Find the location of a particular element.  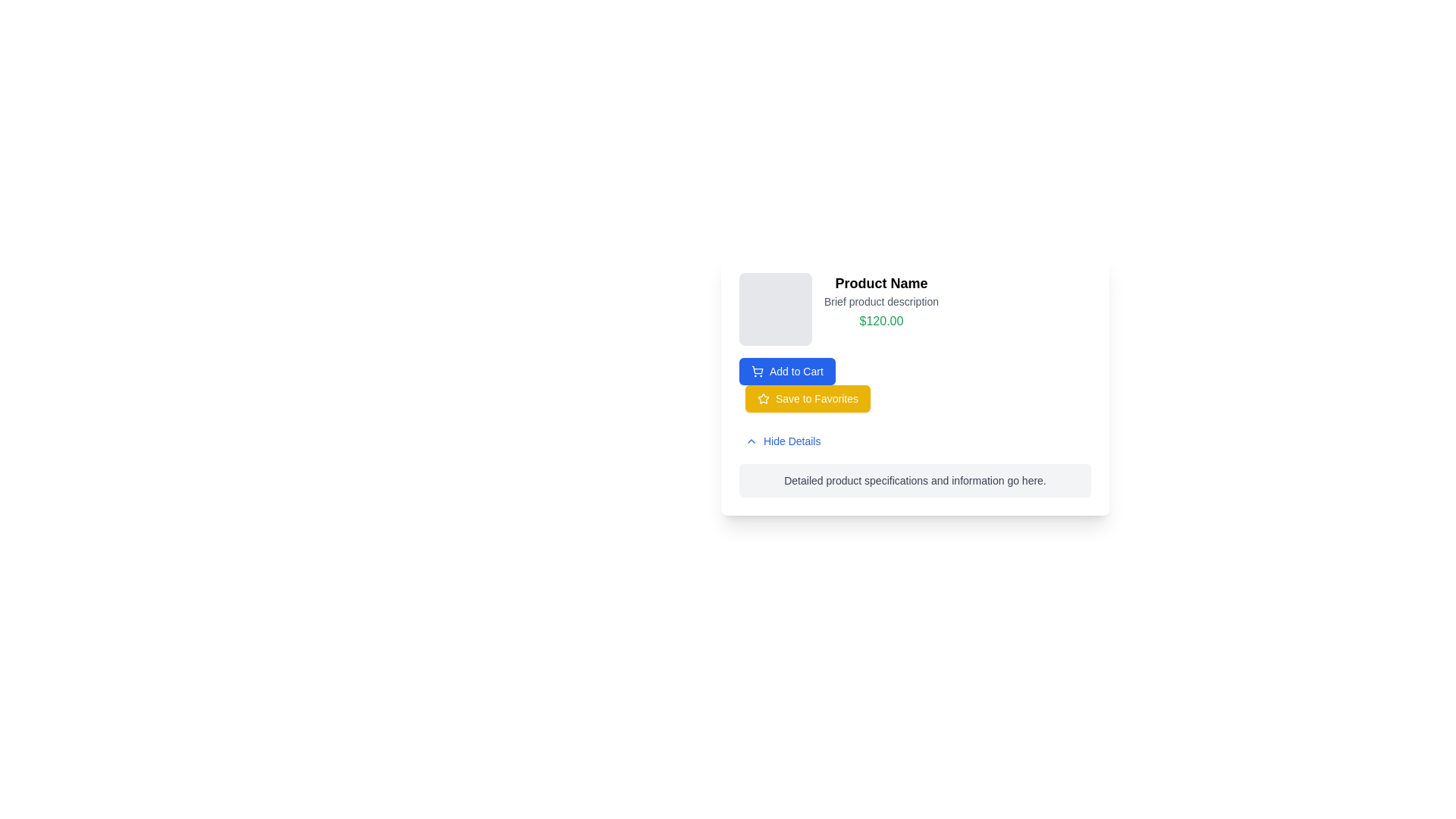

the 'Hide Details' button, which is a blue text link with a chevron-up icon is located at coordinates (783, 441).